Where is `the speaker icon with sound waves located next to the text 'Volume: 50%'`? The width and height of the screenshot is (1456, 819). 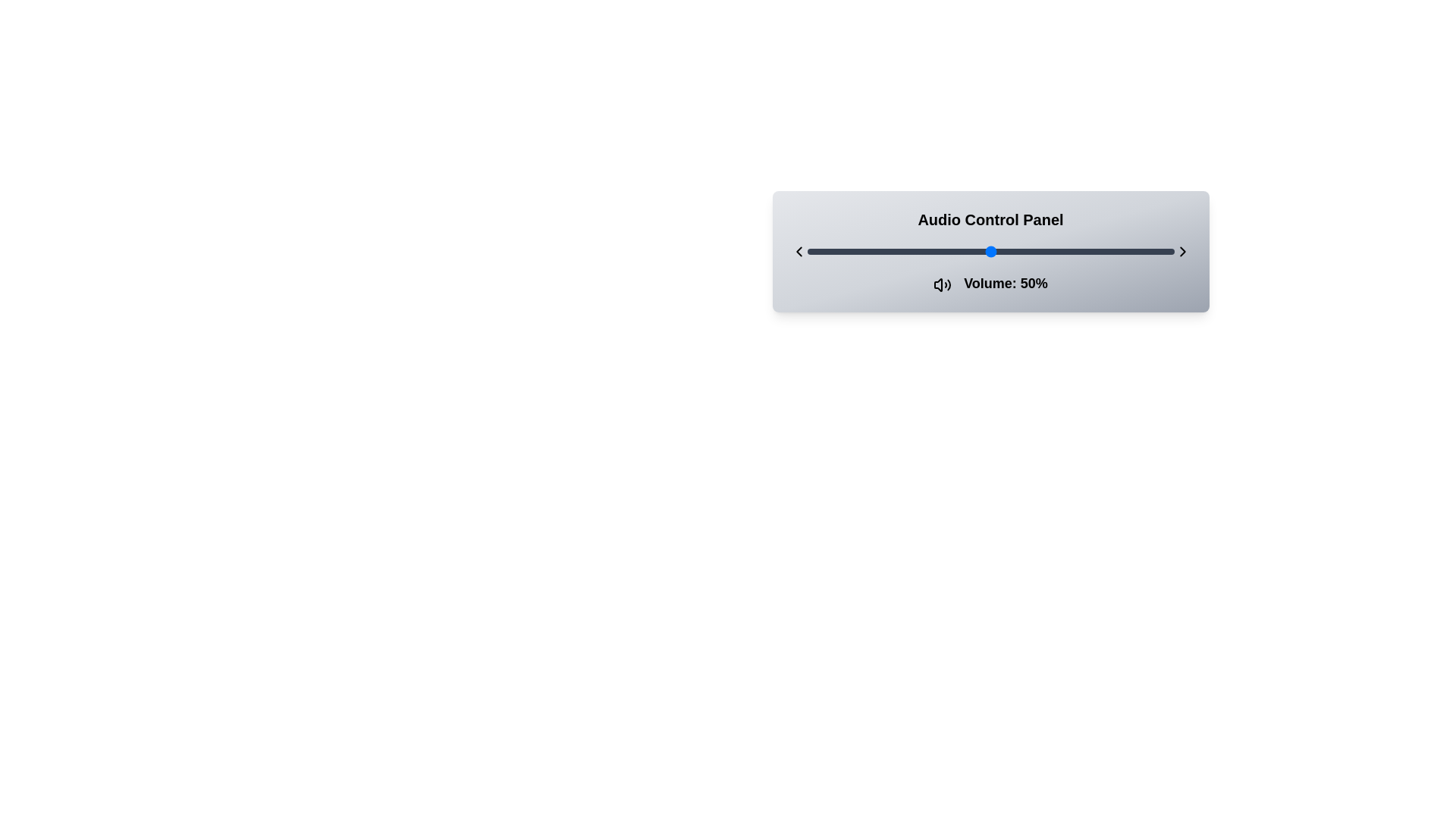
the speaker icon with sound waves located next to the text 'Volume: 50%' is located at coordinates (937, 284).